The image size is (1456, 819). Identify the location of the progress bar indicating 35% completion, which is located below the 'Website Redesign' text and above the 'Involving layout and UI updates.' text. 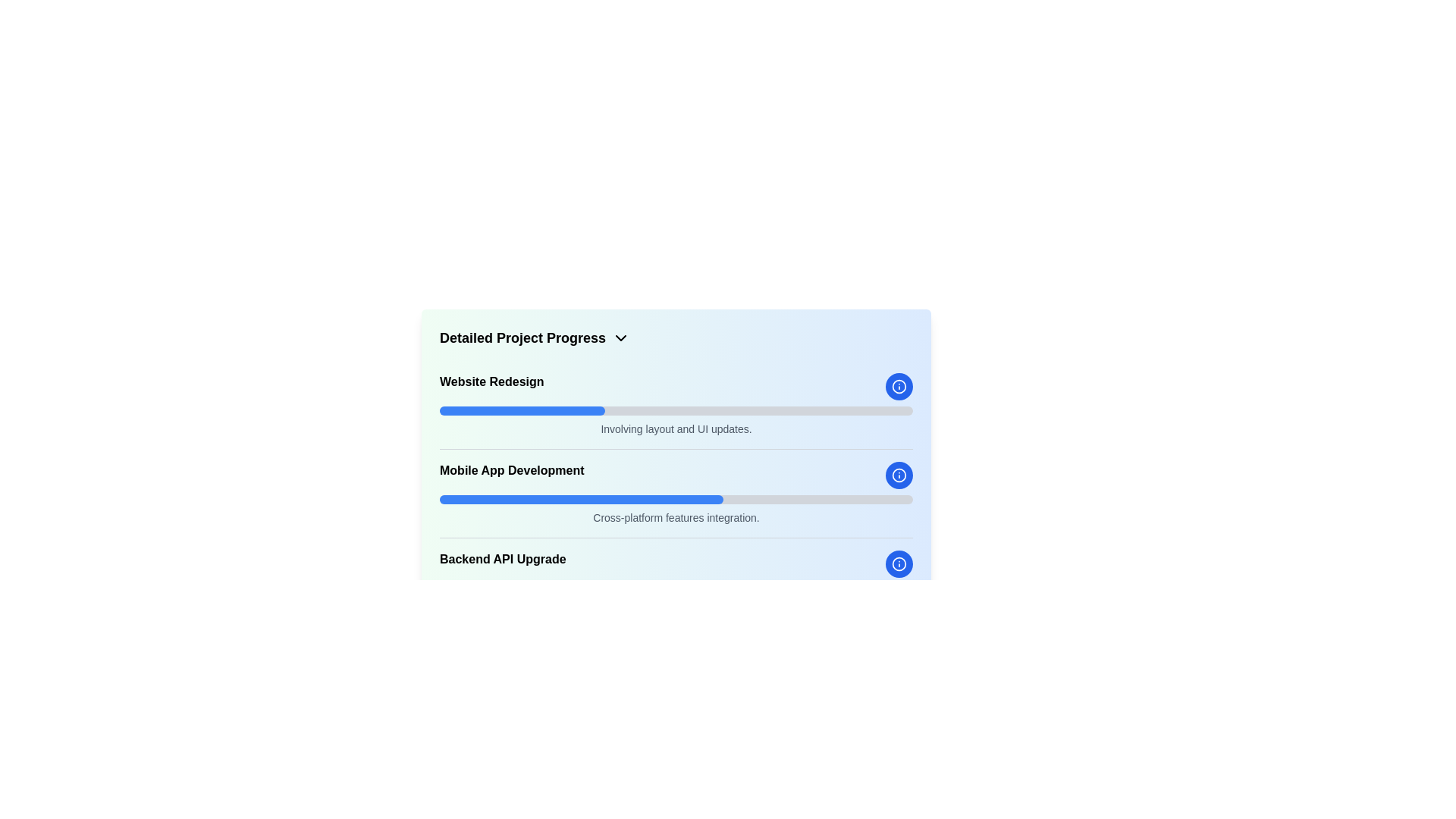
(676, 411).